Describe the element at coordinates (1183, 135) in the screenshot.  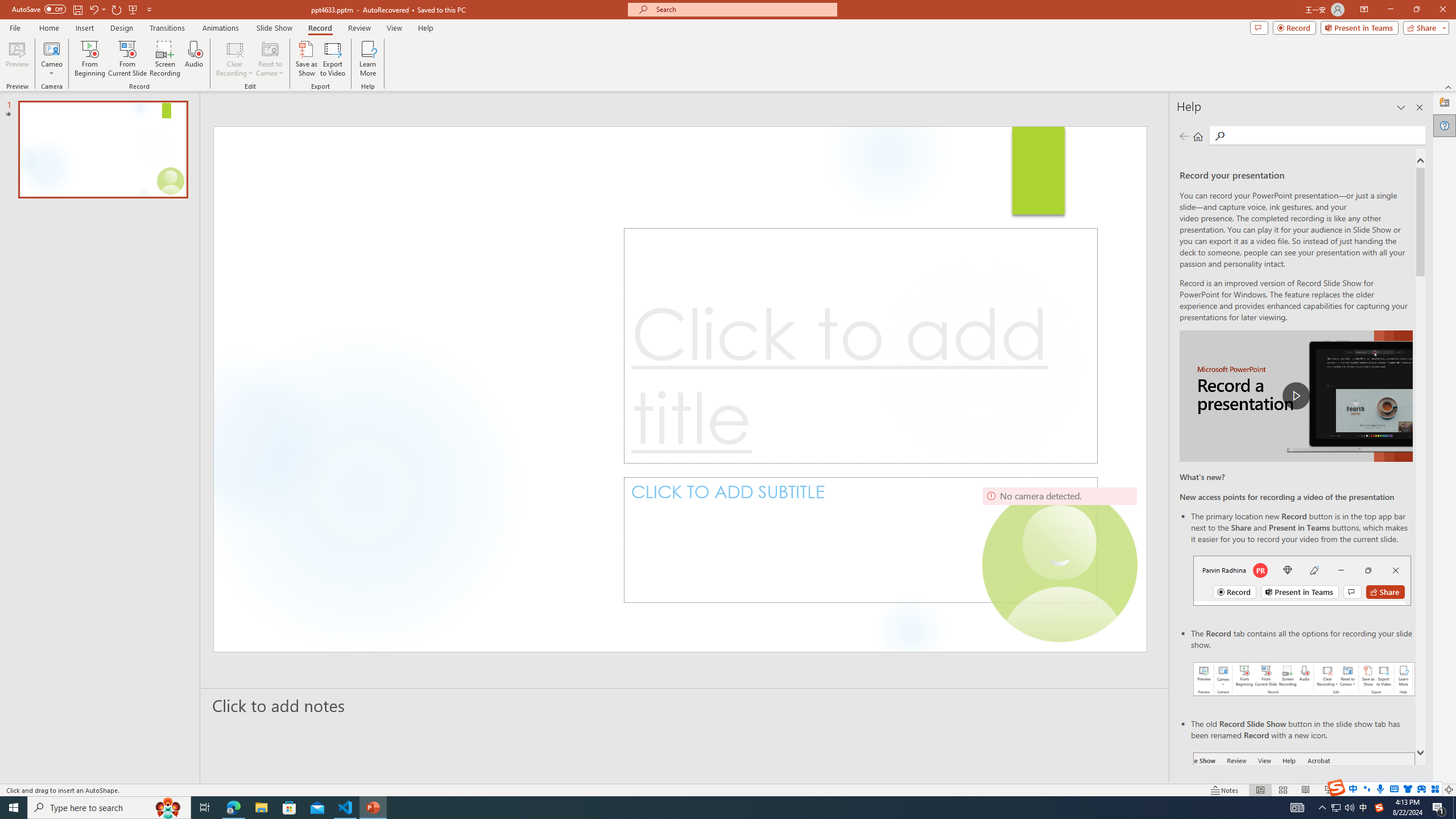
I see `'Previous page'` at that location.